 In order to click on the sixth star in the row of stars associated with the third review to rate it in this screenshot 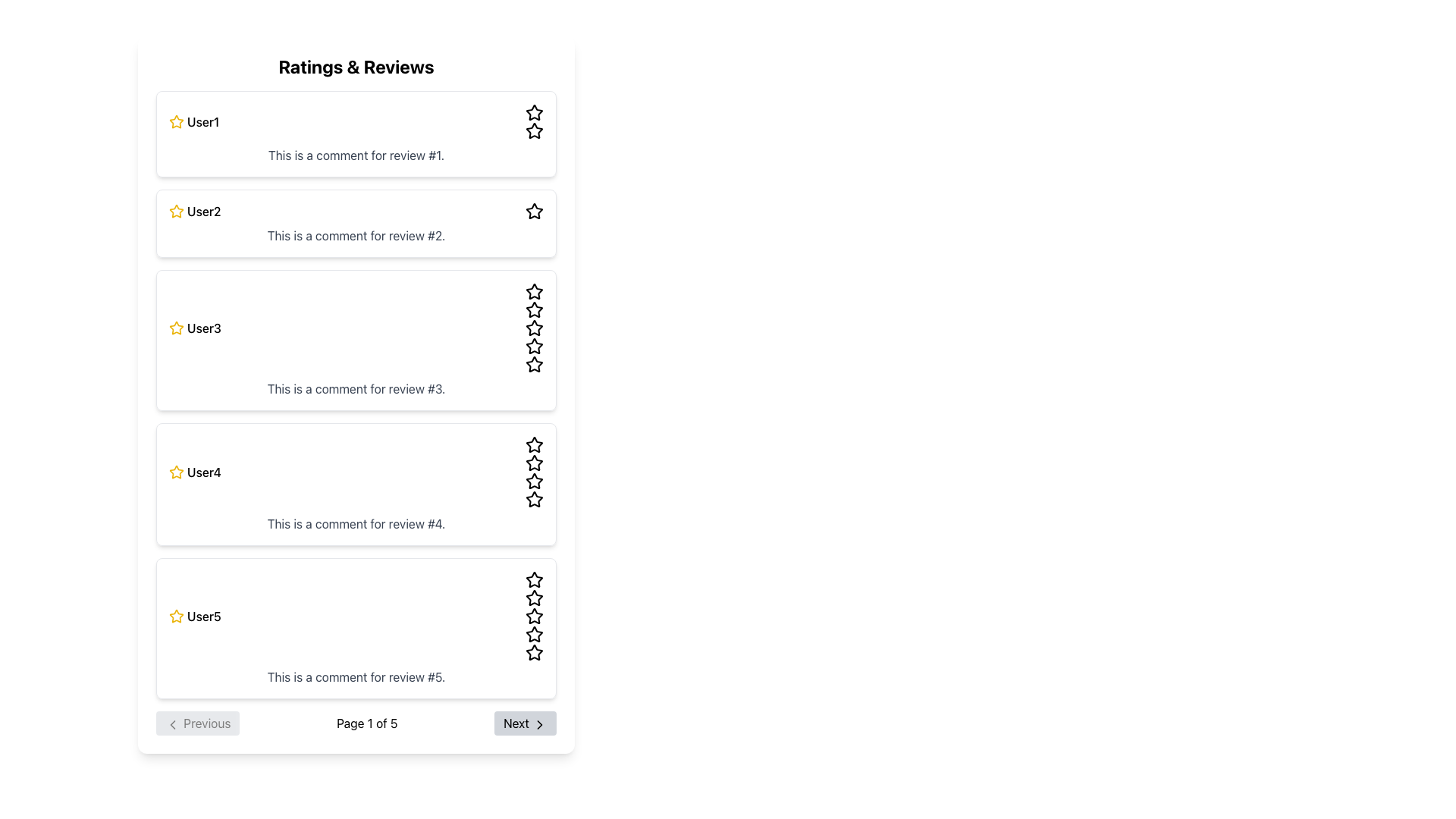, I will do `click(535, 346)`.